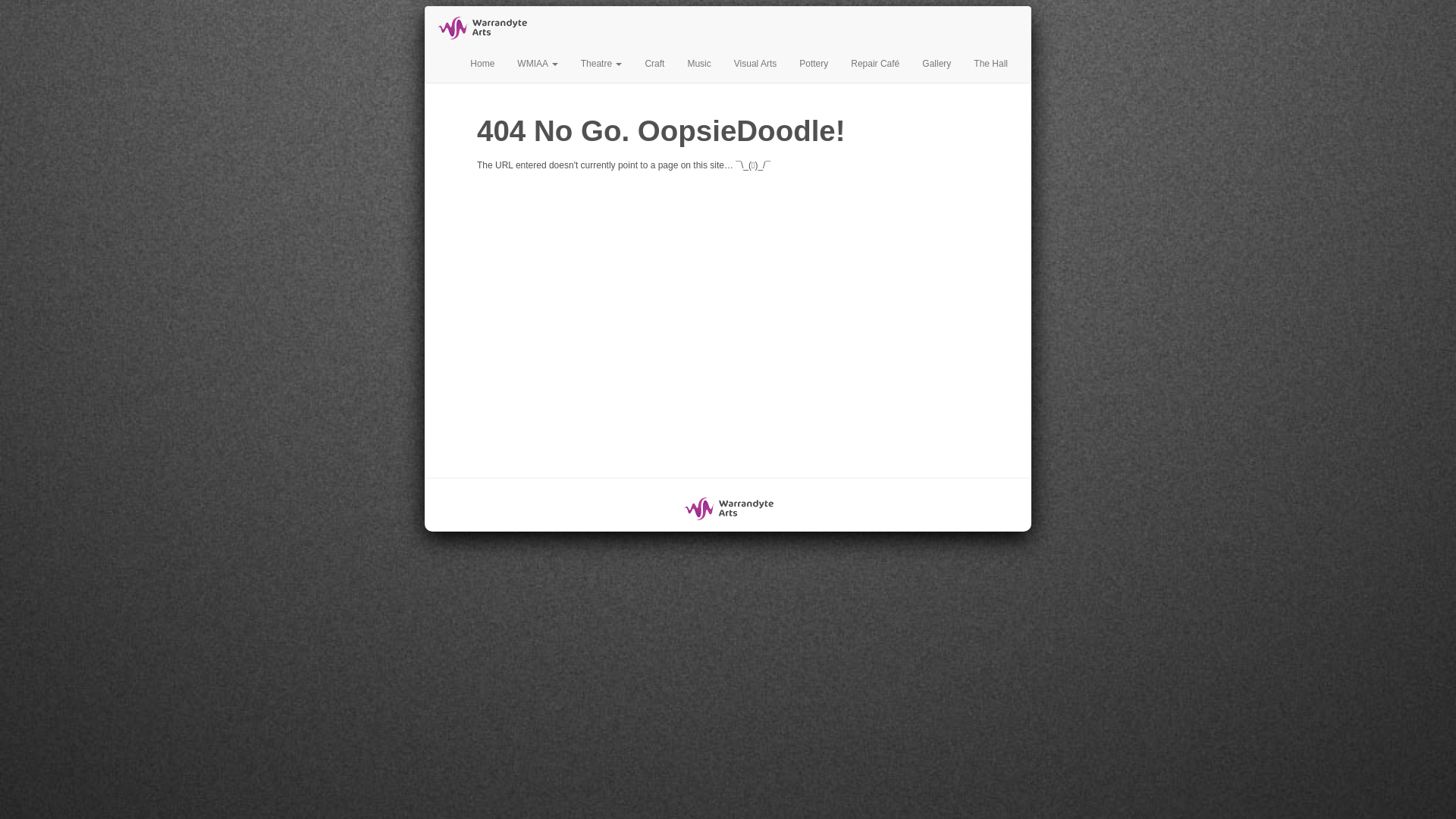 The image size is (1456, 819). What do you see at coordinates (537, 63) in the screenshot?
I see `'WMIAA'` at bounding box center [537, 63].